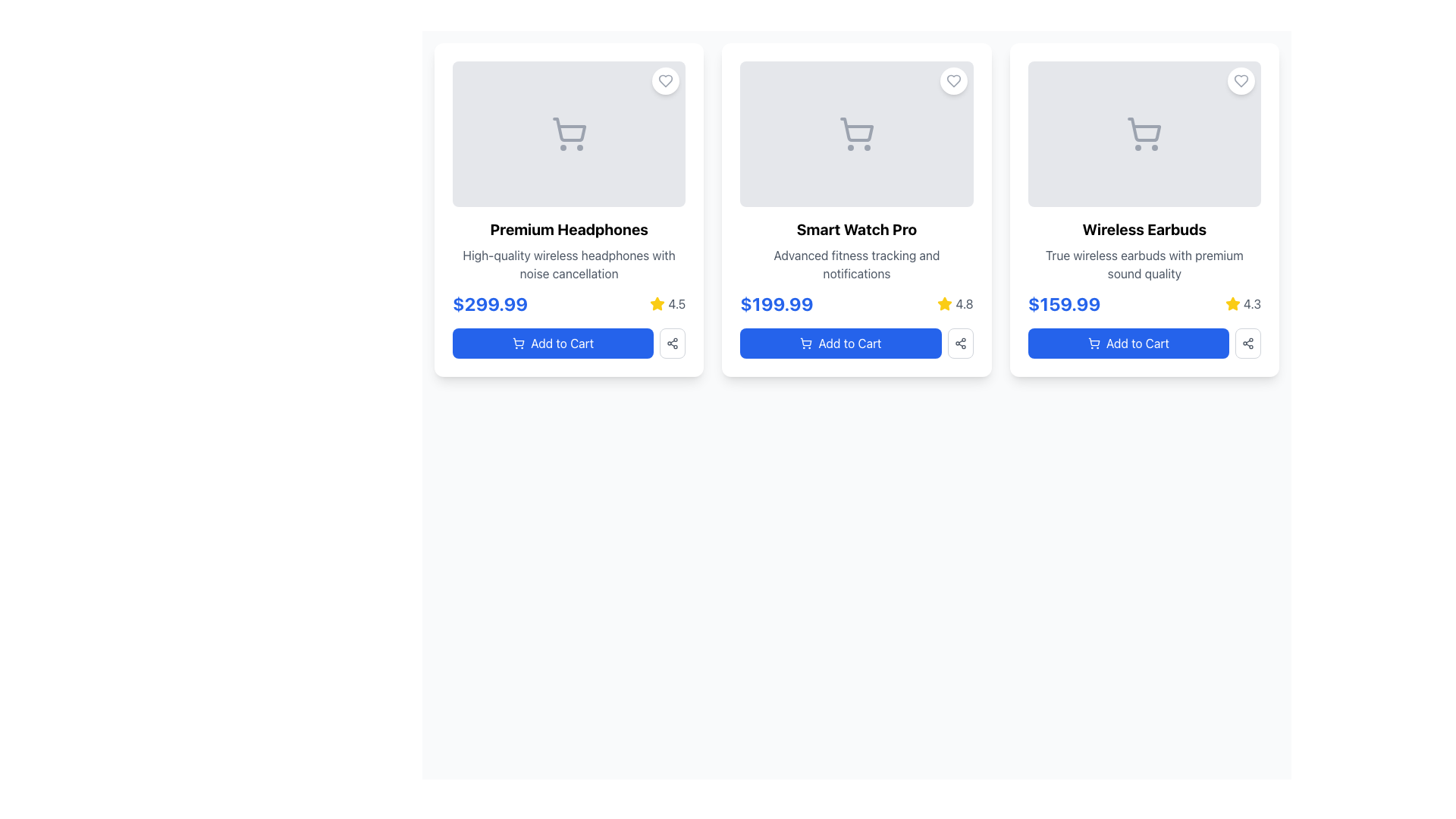 Image resolution: width=1456 pixels, height=819 pixels. I want to click on the Heart icon located at the top-right corner of the 'Smart Watch Pro' product card, so click(952, 81).